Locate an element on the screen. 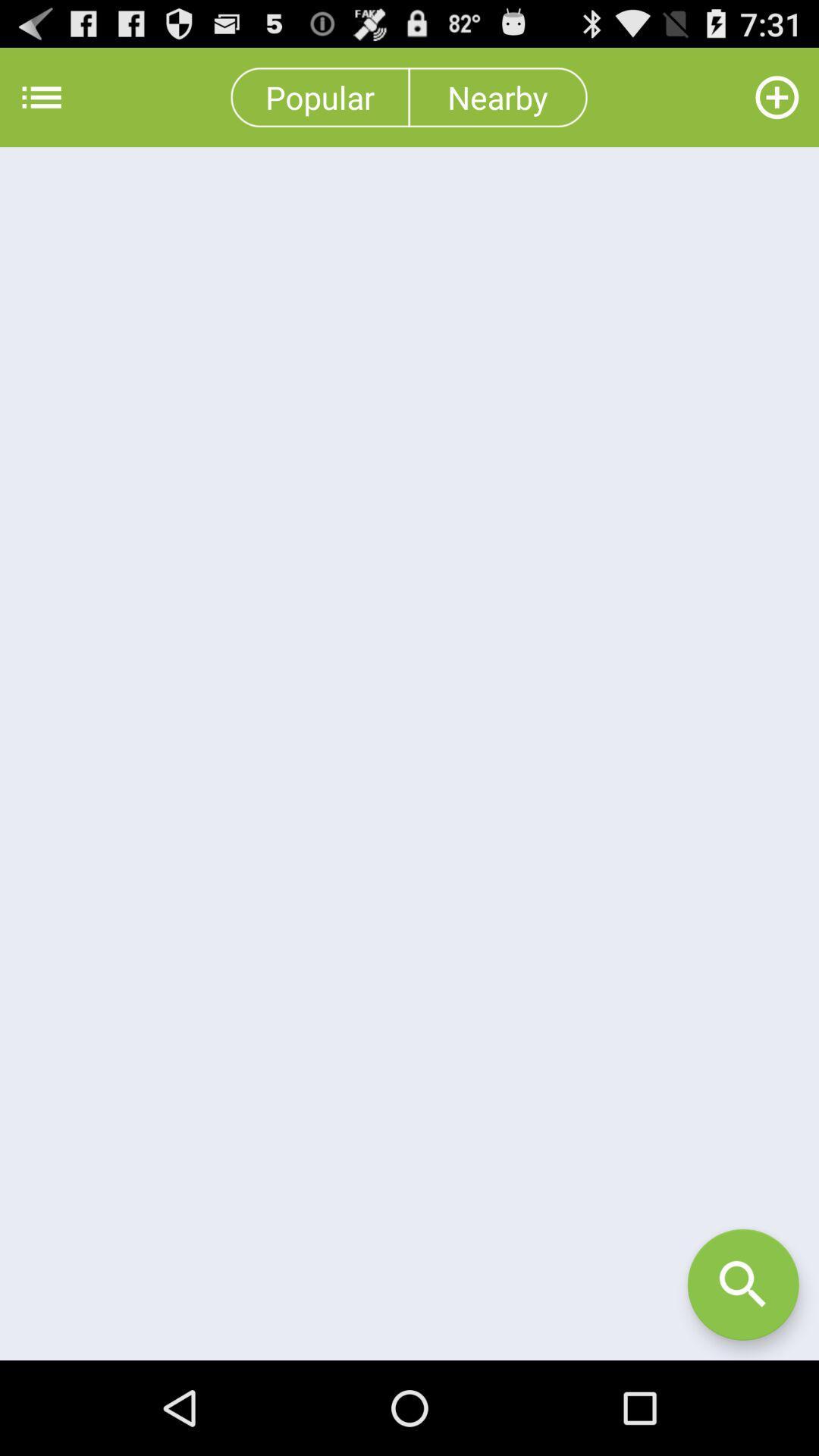 This screenshot has width=819, height=1456. the list icon is located at coordinates (41, 103).